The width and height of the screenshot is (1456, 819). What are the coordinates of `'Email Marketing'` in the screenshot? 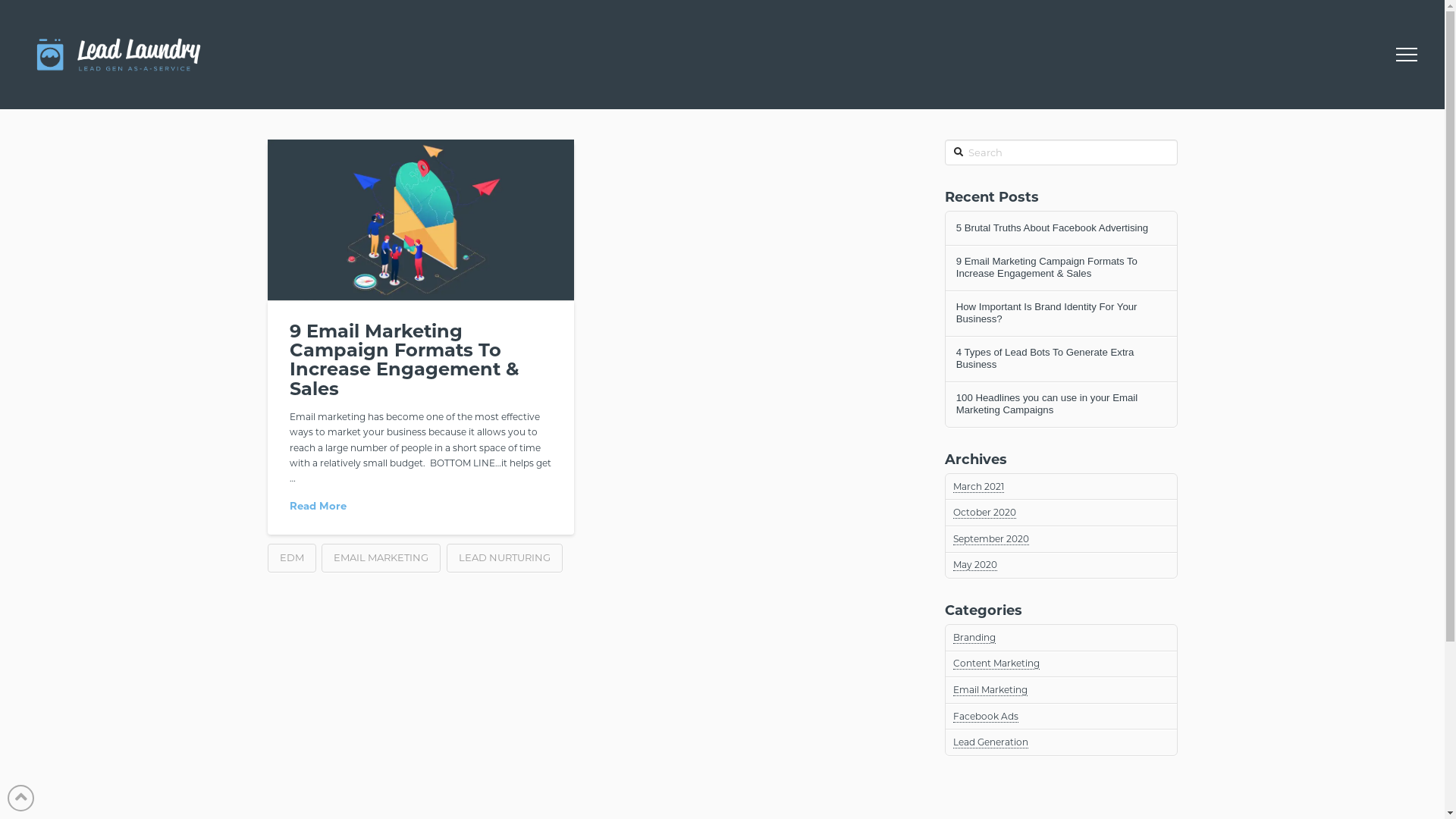 It's located at (990, 690).